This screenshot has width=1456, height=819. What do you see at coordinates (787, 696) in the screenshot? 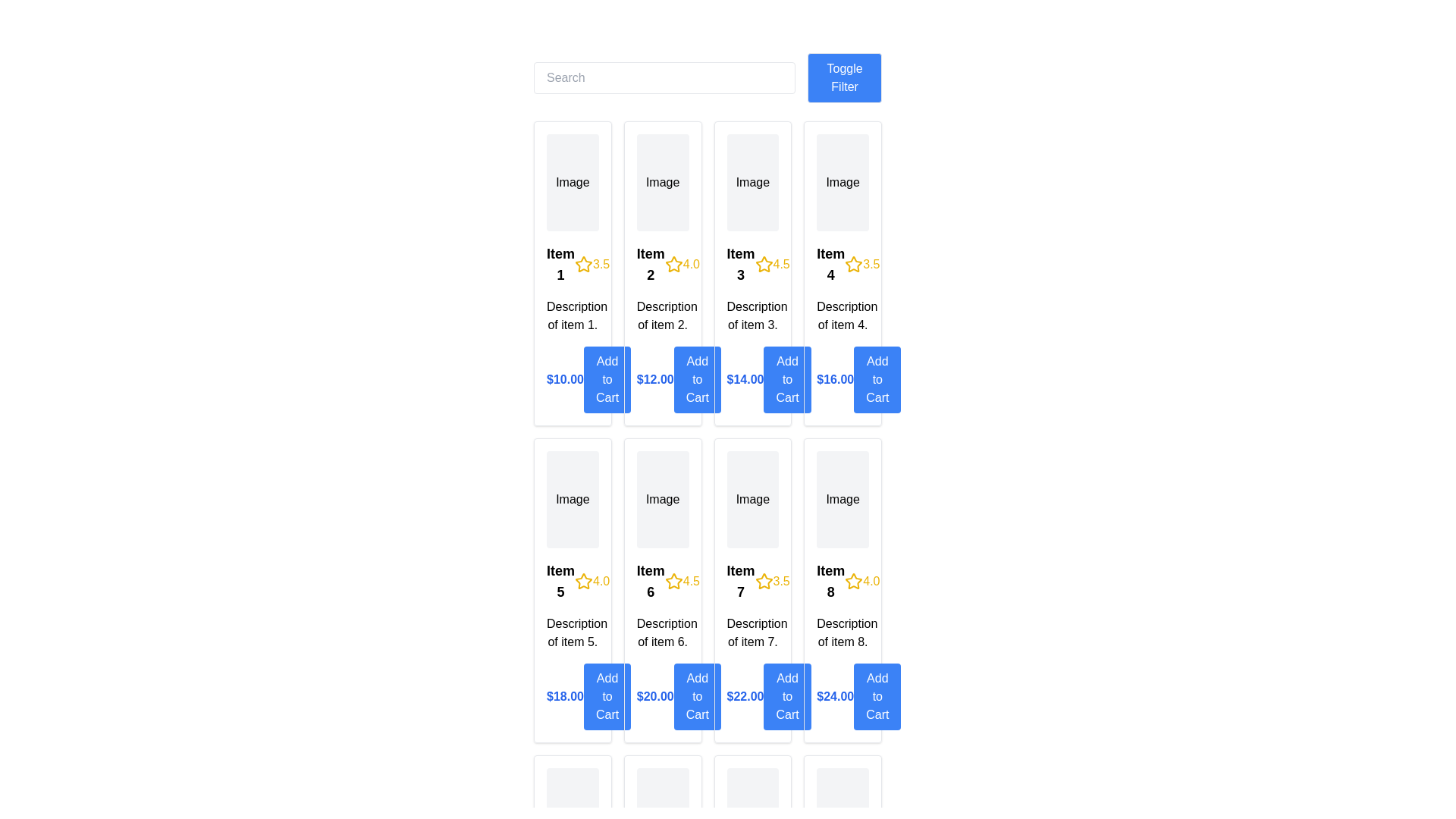
I see `the button for 'Item 7' located below the price '$22.00' in the third column of the second row` at bounding box center [787, 696].